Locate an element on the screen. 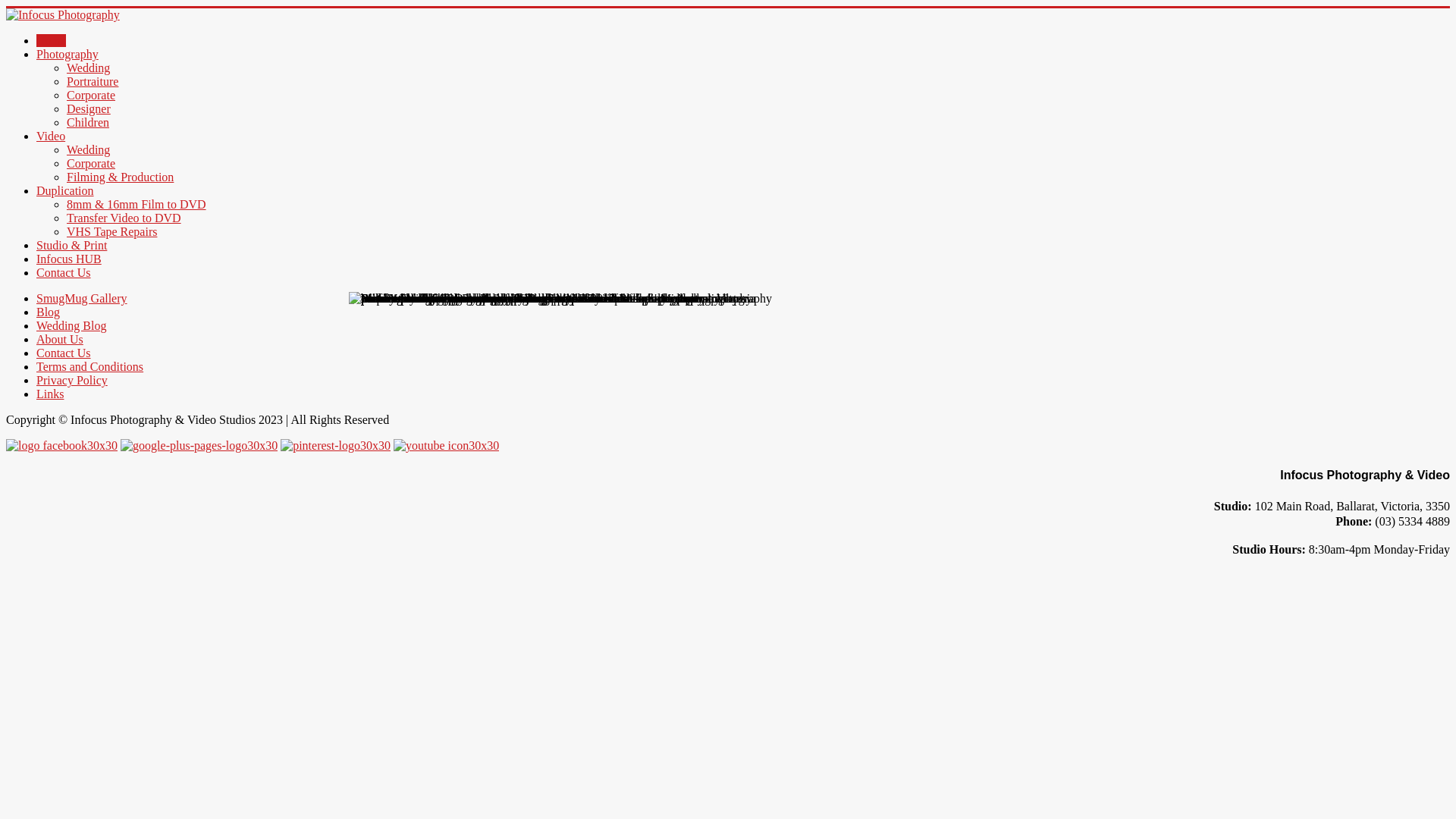 Image resolution: width=1456 pixels, height=819 pixels. 'Filming & Production' is located at coordinates (119, 176).